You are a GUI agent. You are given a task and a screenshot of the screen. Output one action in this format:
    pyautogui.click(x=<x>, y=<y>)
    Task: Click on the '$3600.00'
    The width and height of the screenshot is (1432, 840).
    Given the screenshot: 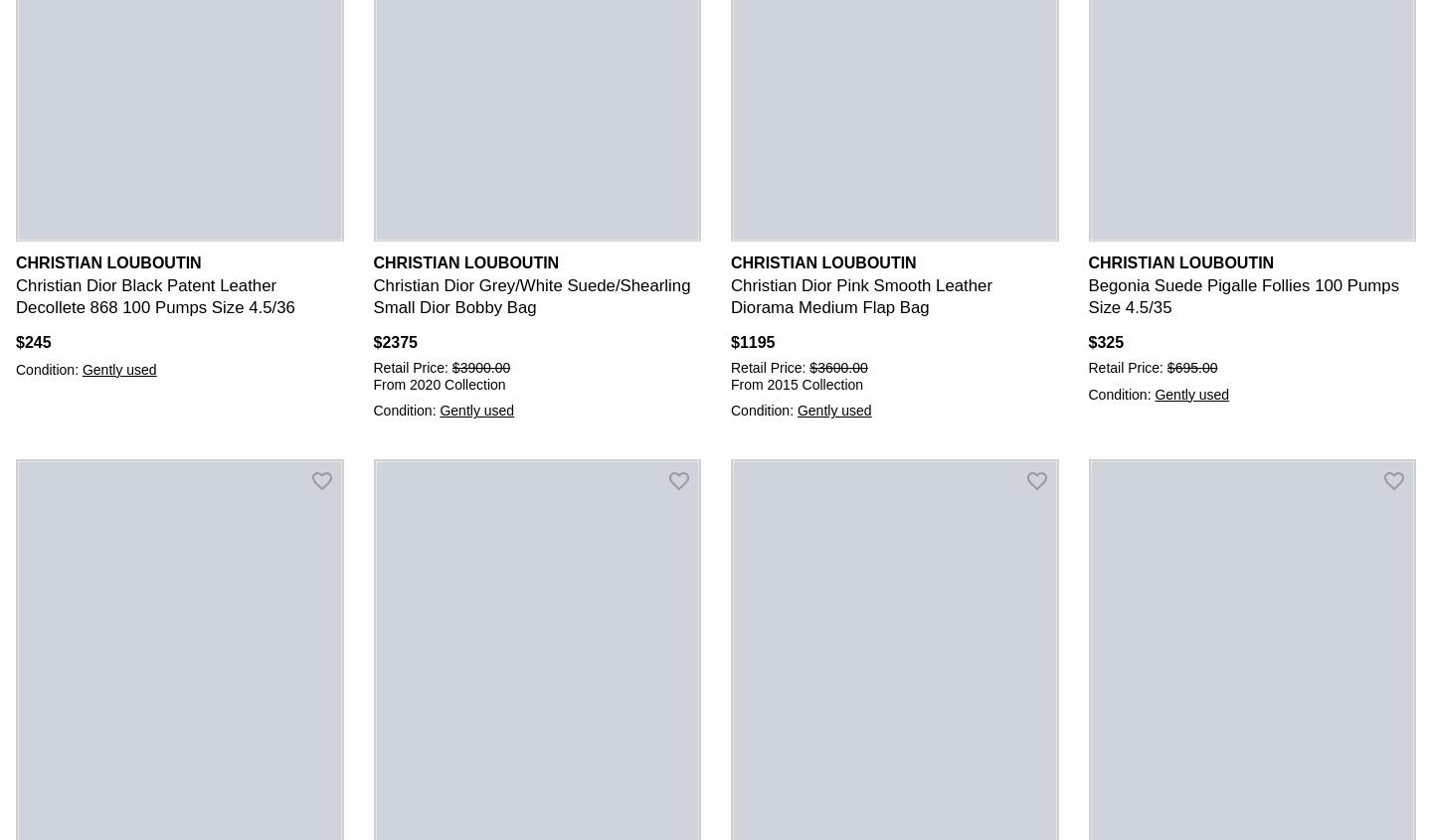 What is the action you would take?
    pyautogui.click(x=809, y=366)
    